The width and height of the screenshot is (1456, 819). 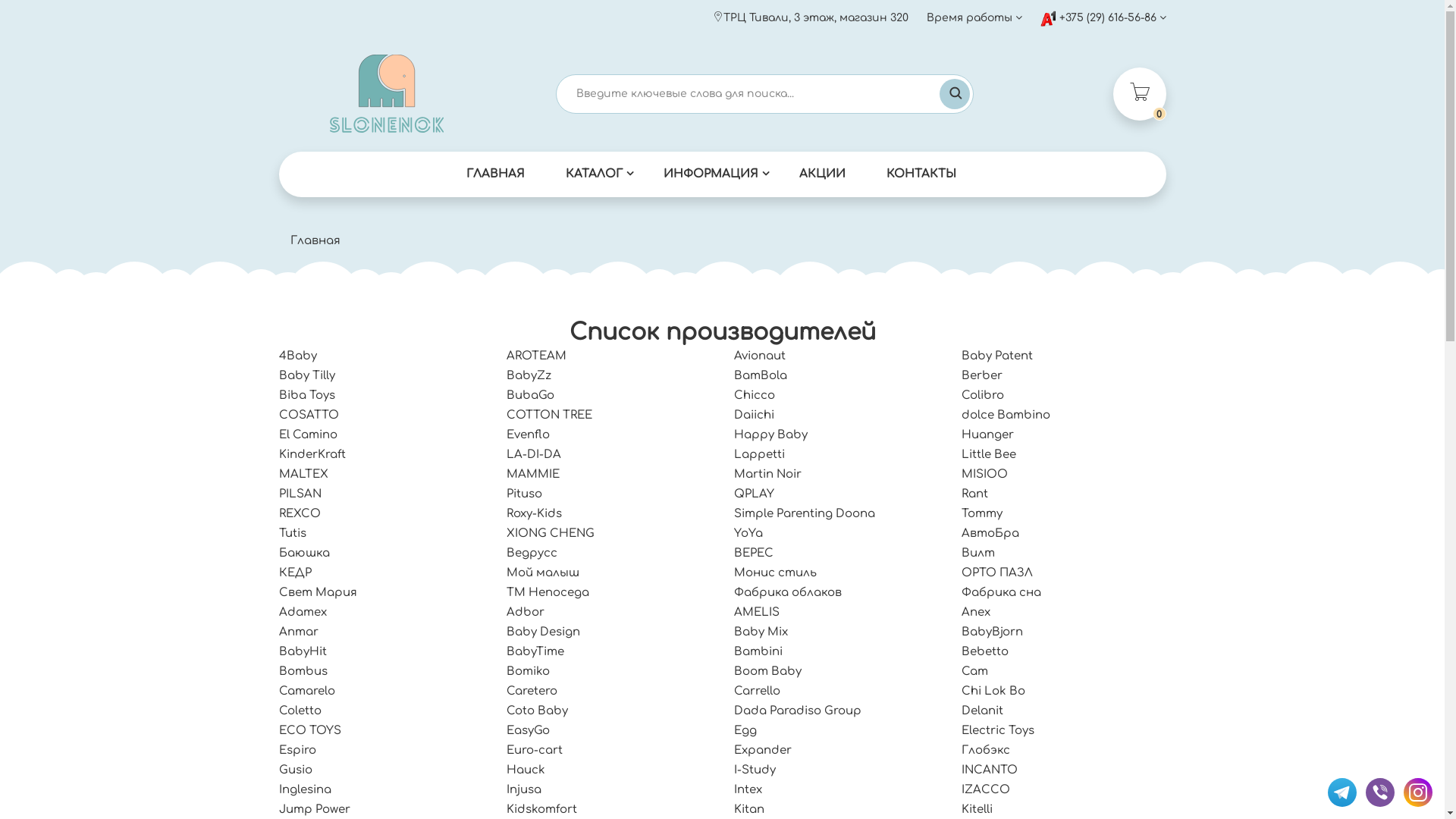 What do you see at coordinates (734, 808) in the screenshot?
I see `'Kitan'` at bounding box center [734, 808].